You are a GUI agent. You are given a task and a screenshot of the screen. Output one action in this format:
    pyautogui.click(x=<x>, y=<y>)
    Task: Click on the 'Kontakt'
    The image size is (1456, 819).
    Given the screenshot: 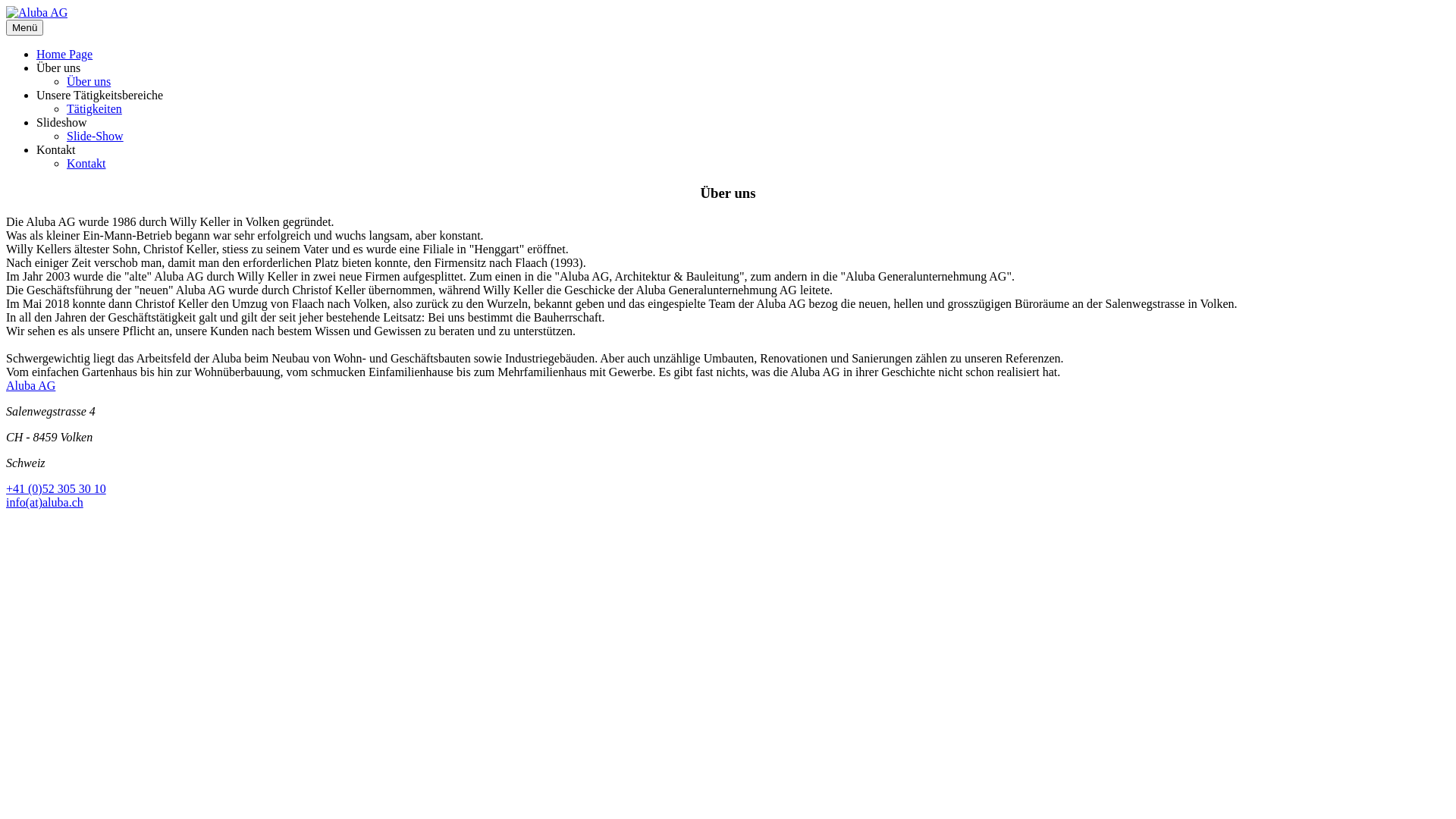 What is the action you would take?
    pyautogui.click(x=86, y=163)
    